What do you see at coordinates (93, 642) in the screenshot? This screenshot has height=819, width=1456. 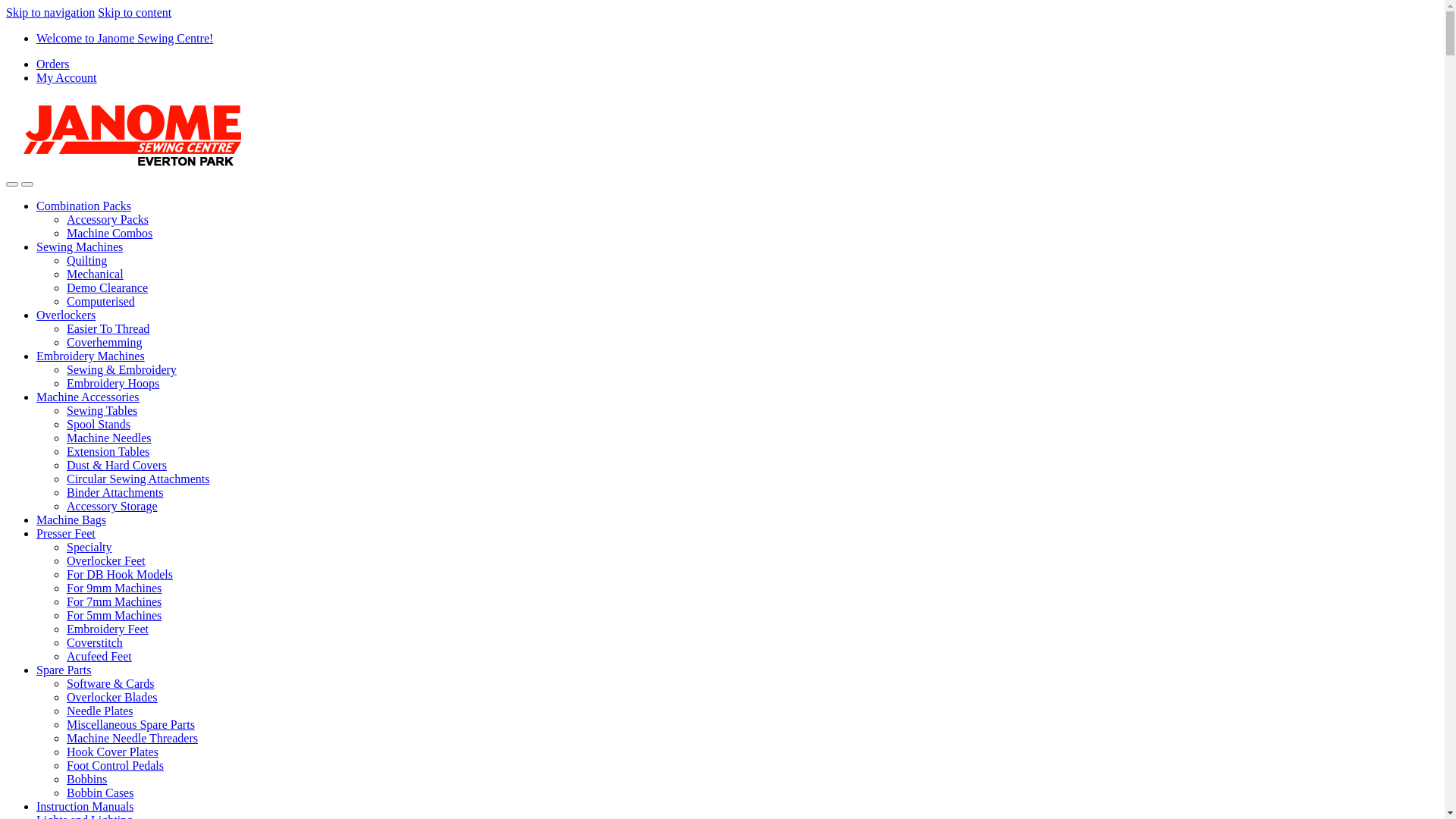 I see `'Coverstitch'` at bounding box center [93, 642].